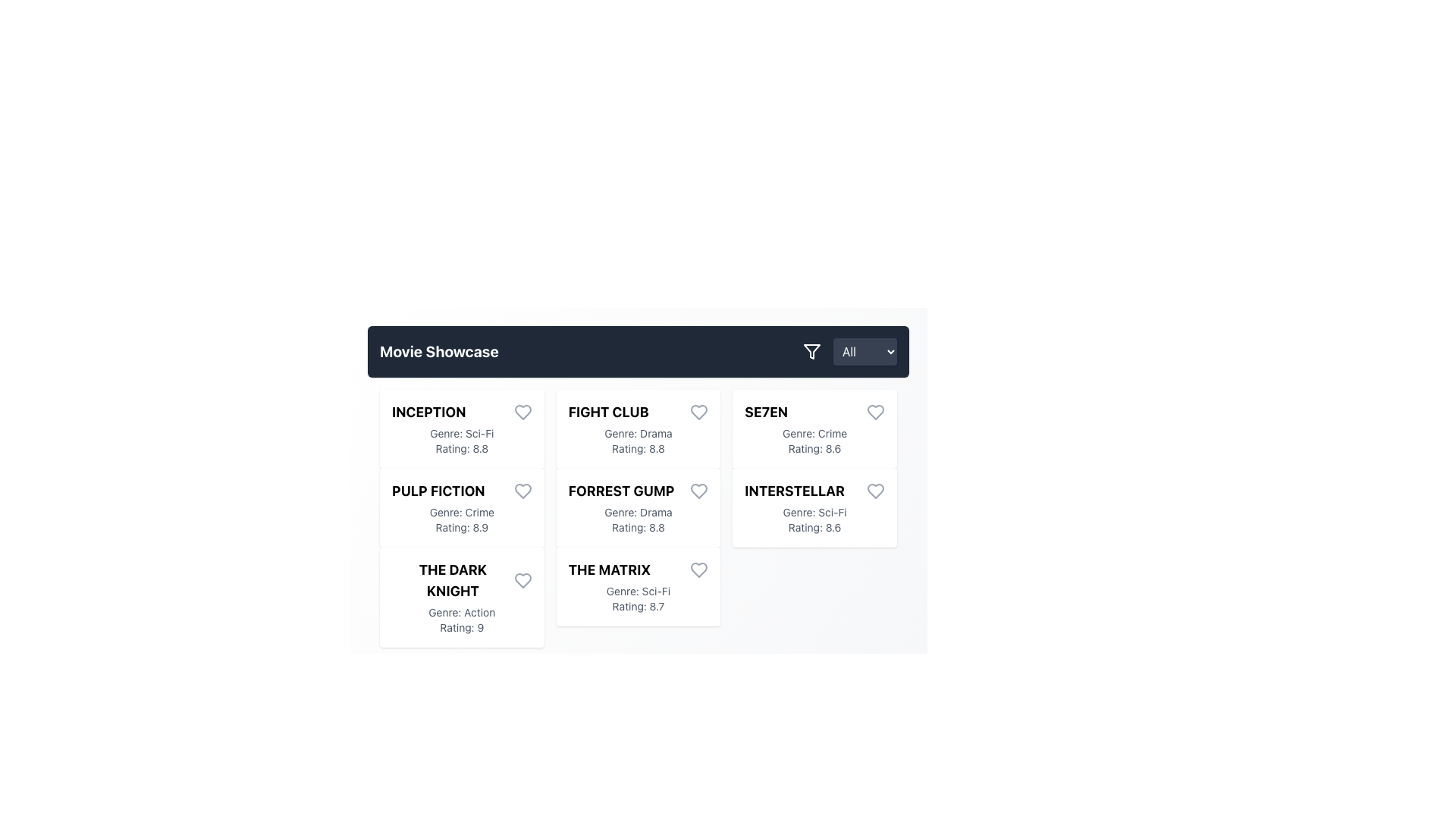 This screenshot has height=819, width=1456. Describe the element at coordinates (811, 351) in the screenshot. I see `the center of the filter icon located in the toolbar at the top right side of the interface` at that location.